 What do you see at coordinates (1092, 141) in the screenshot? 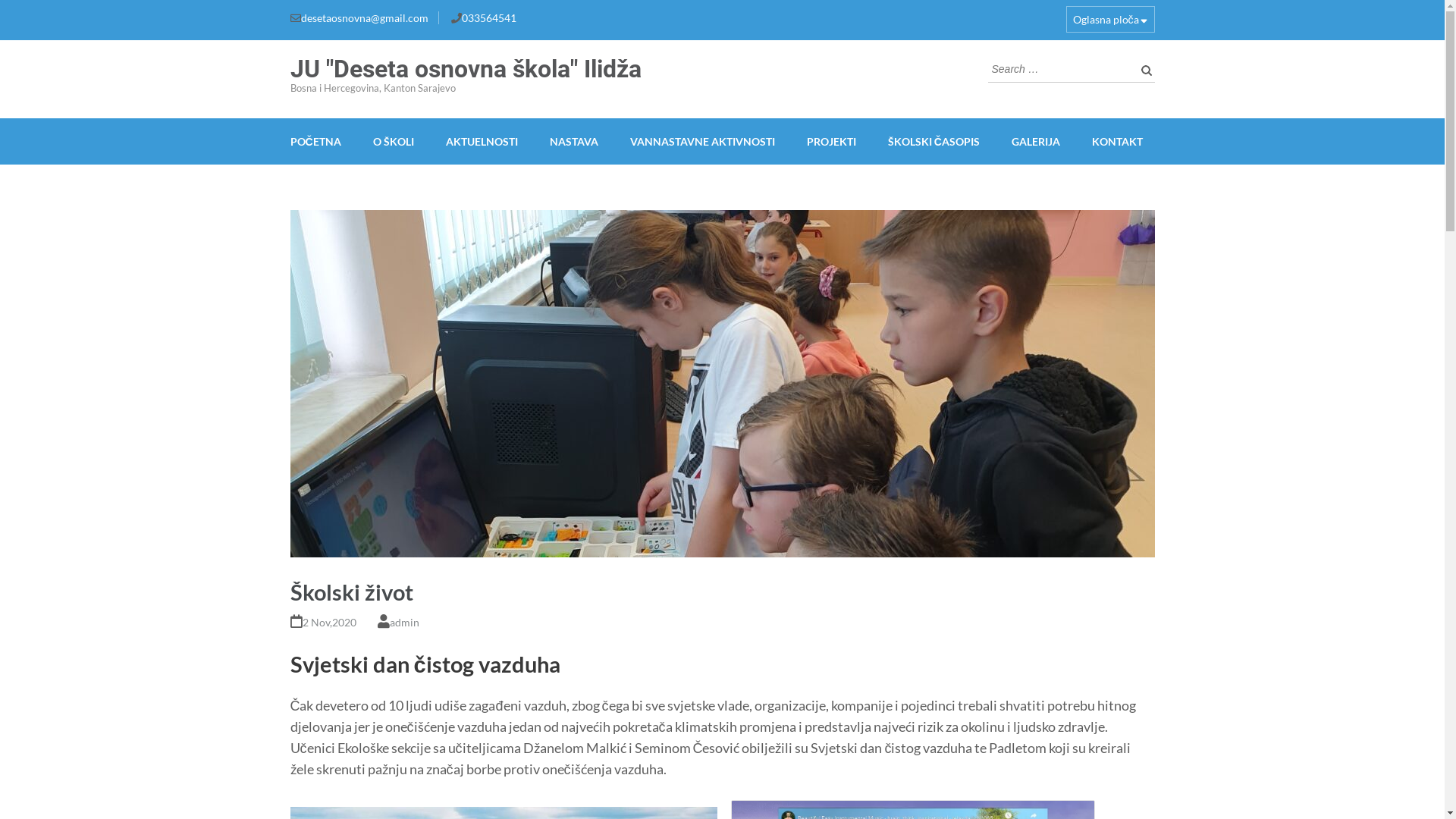
I see `'KONTAKT'` at bounding box center [1092, 141].